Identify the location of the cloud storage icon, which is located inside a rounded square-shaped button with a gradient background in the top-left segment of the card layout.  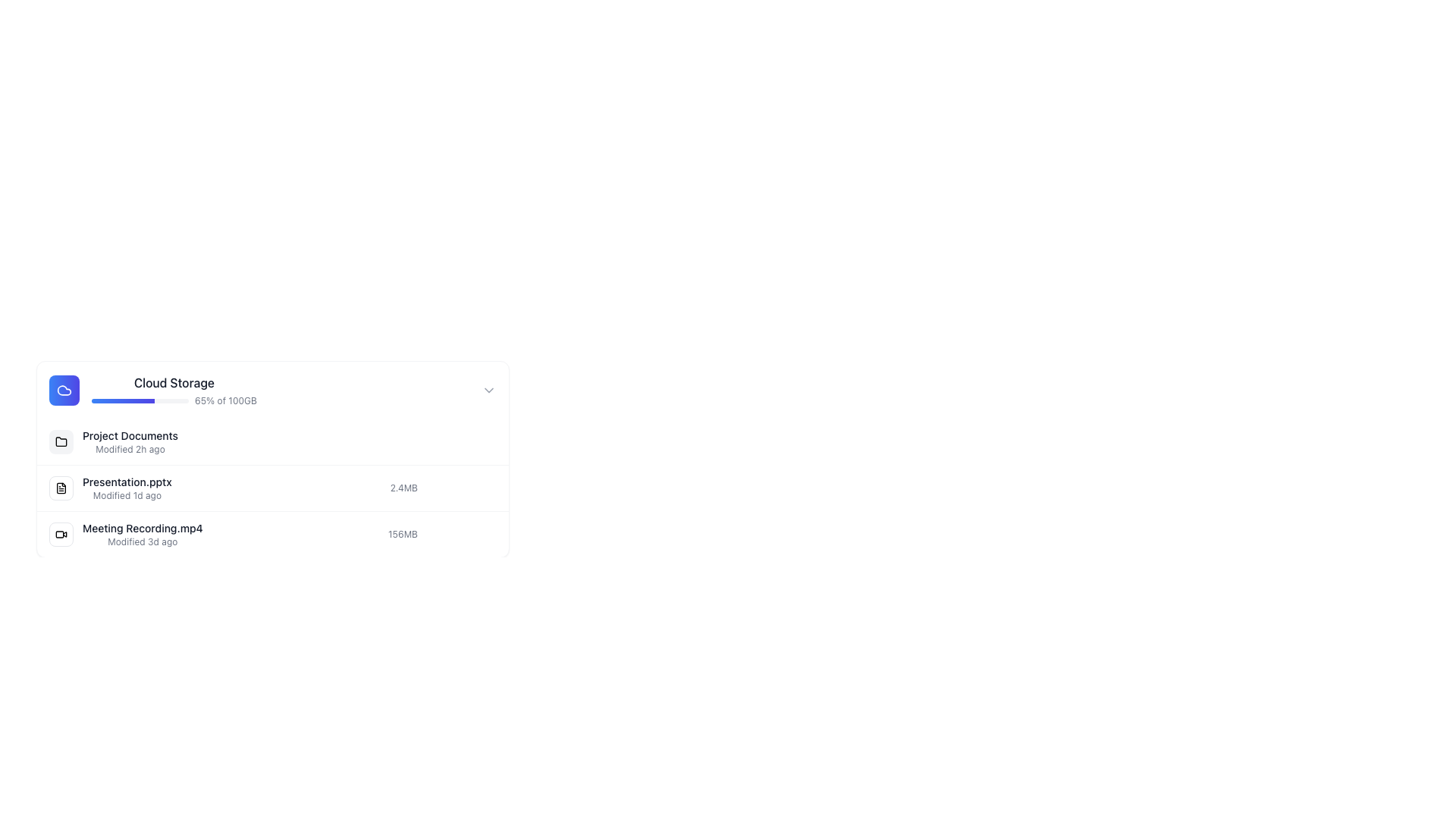
(64, 390).